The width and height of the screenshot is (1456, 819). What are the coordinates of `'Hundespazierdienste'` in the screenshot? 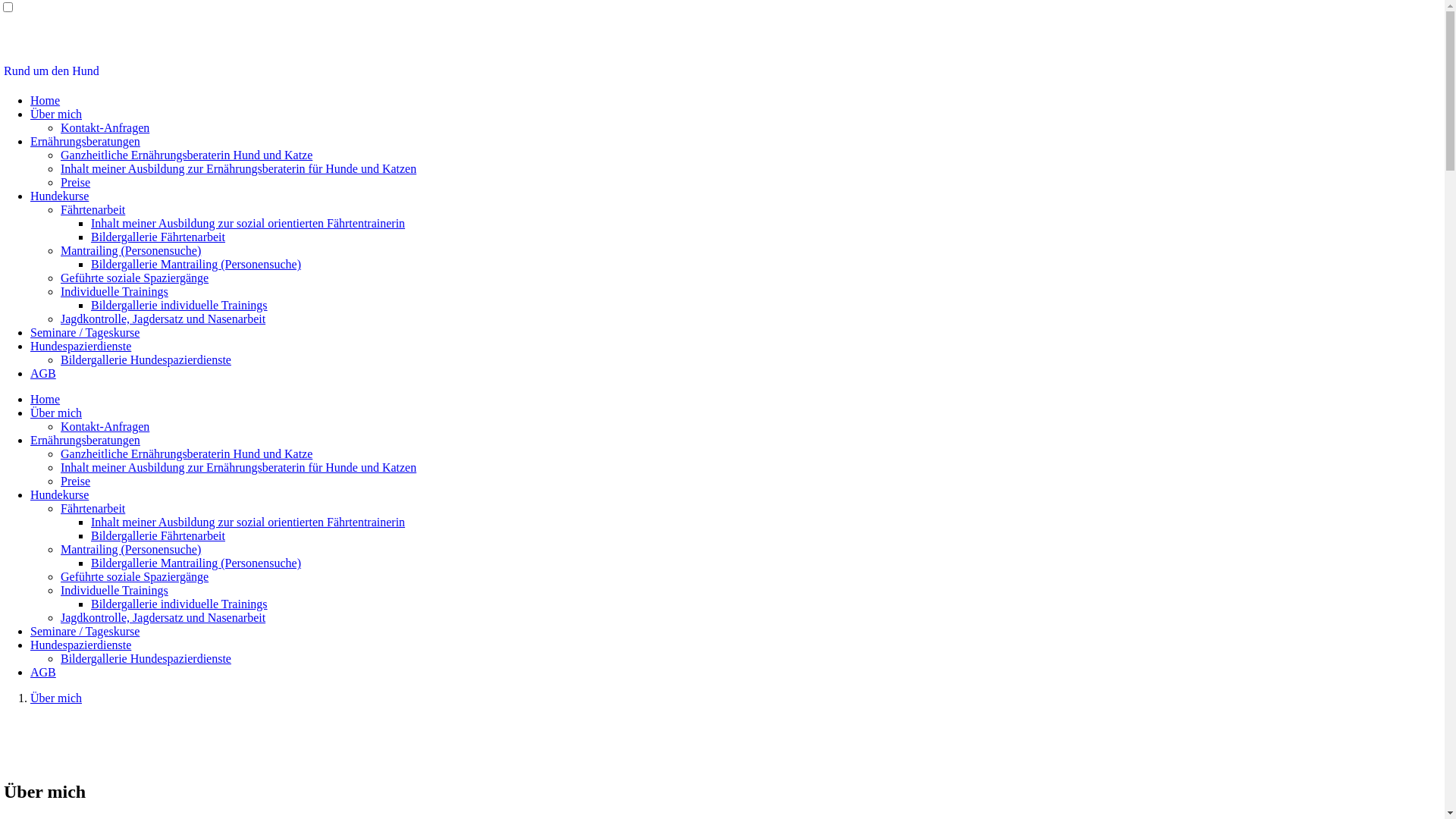 It's located at (80, 645).